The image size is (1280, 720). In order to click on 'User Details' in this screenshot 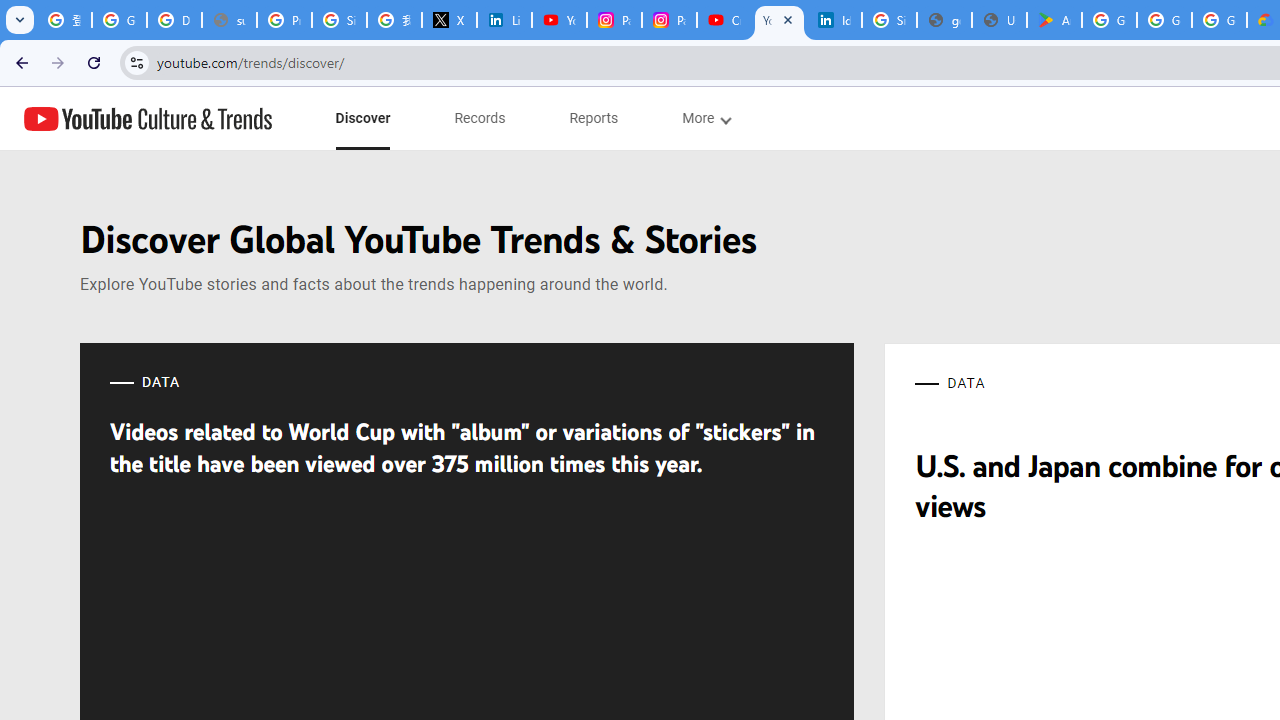, I will do `click(999, 20)`.